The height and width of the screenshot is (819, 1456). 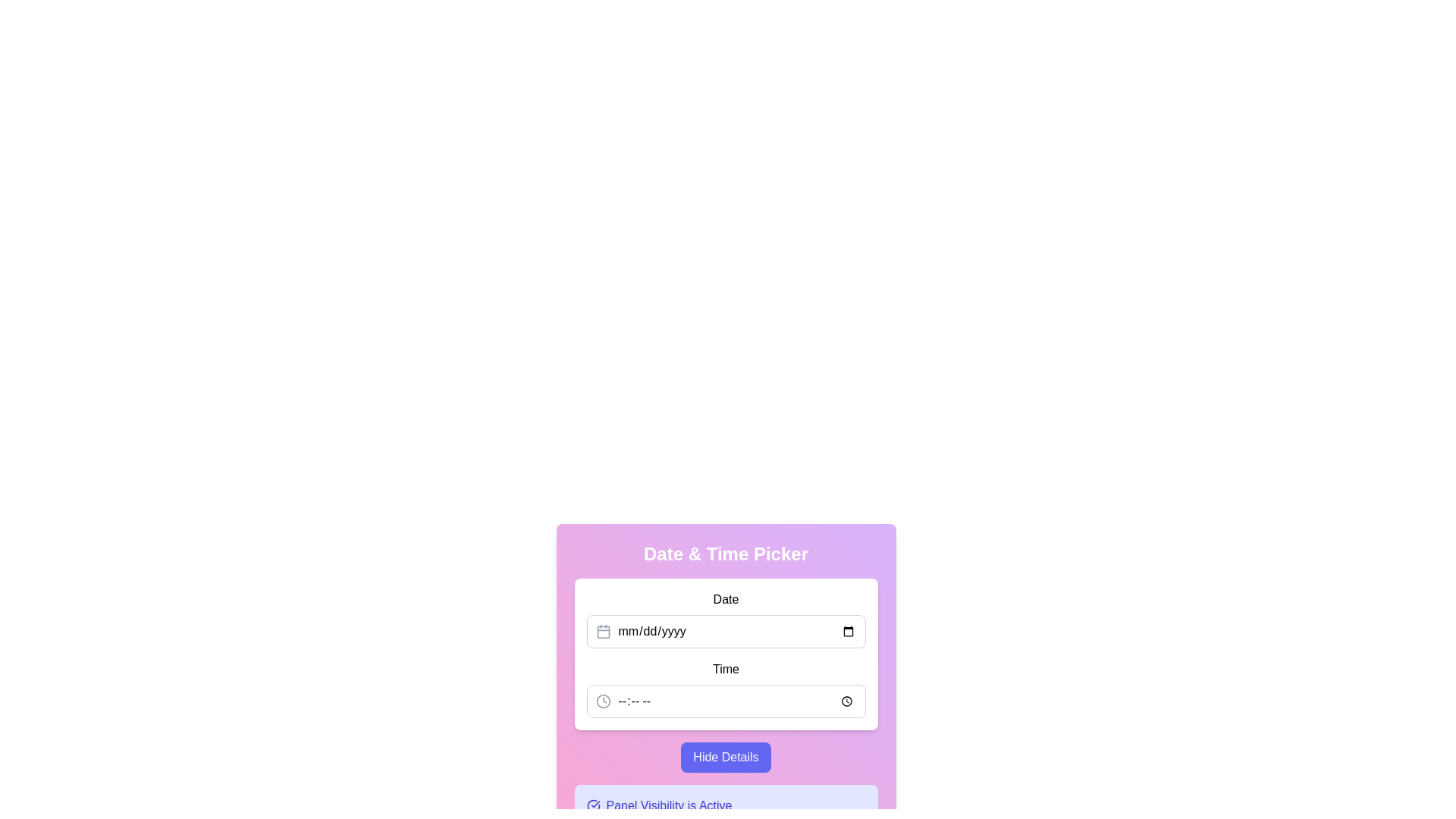 I want to click on the circle that is part of the clock icon located in the second row labeled 'Time' under the 'Date & Time Picker' section, so click(x=602, y=701).